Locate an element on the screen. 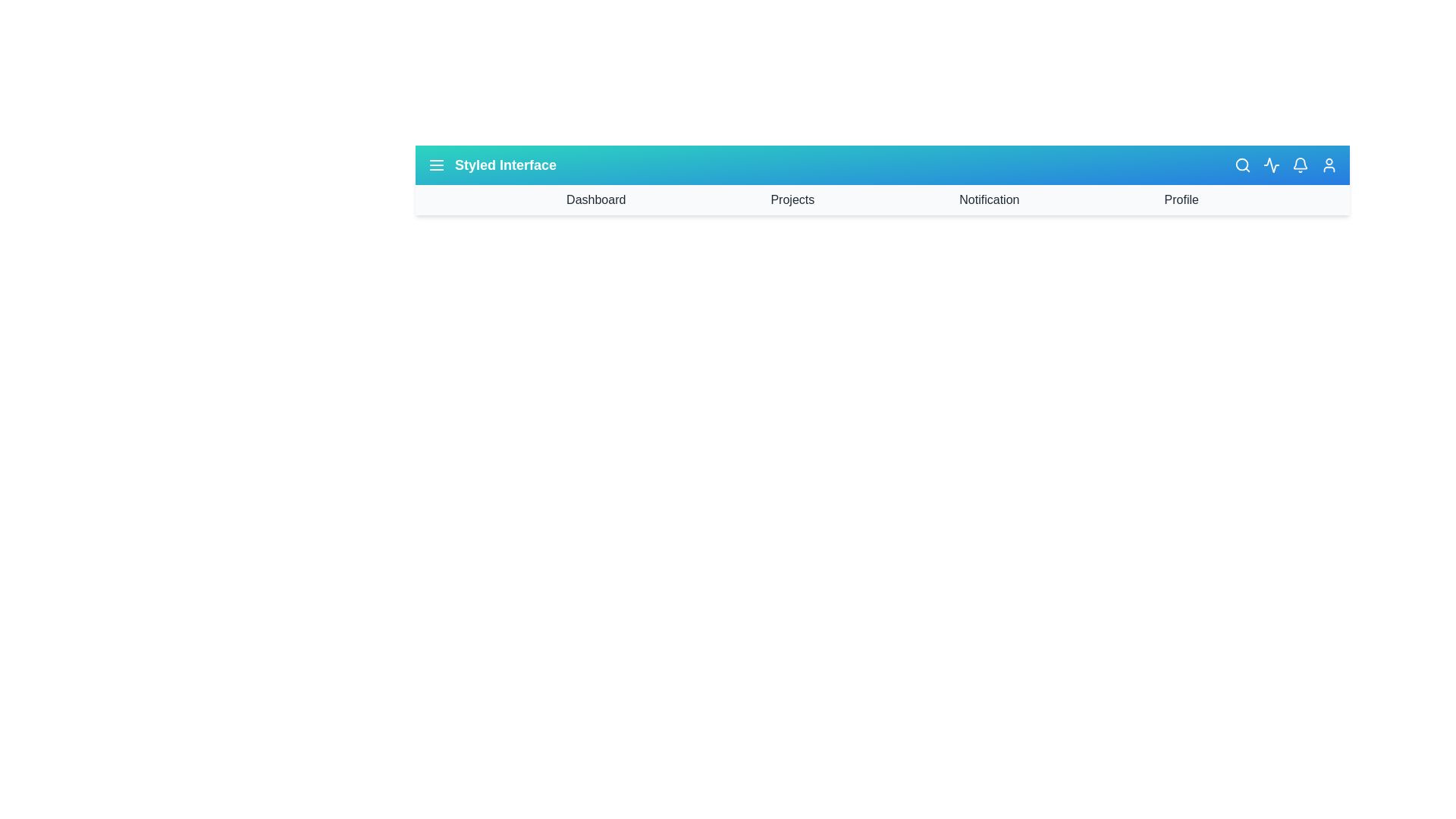  the navigation item Profile is located at coordinates (1181, 199).